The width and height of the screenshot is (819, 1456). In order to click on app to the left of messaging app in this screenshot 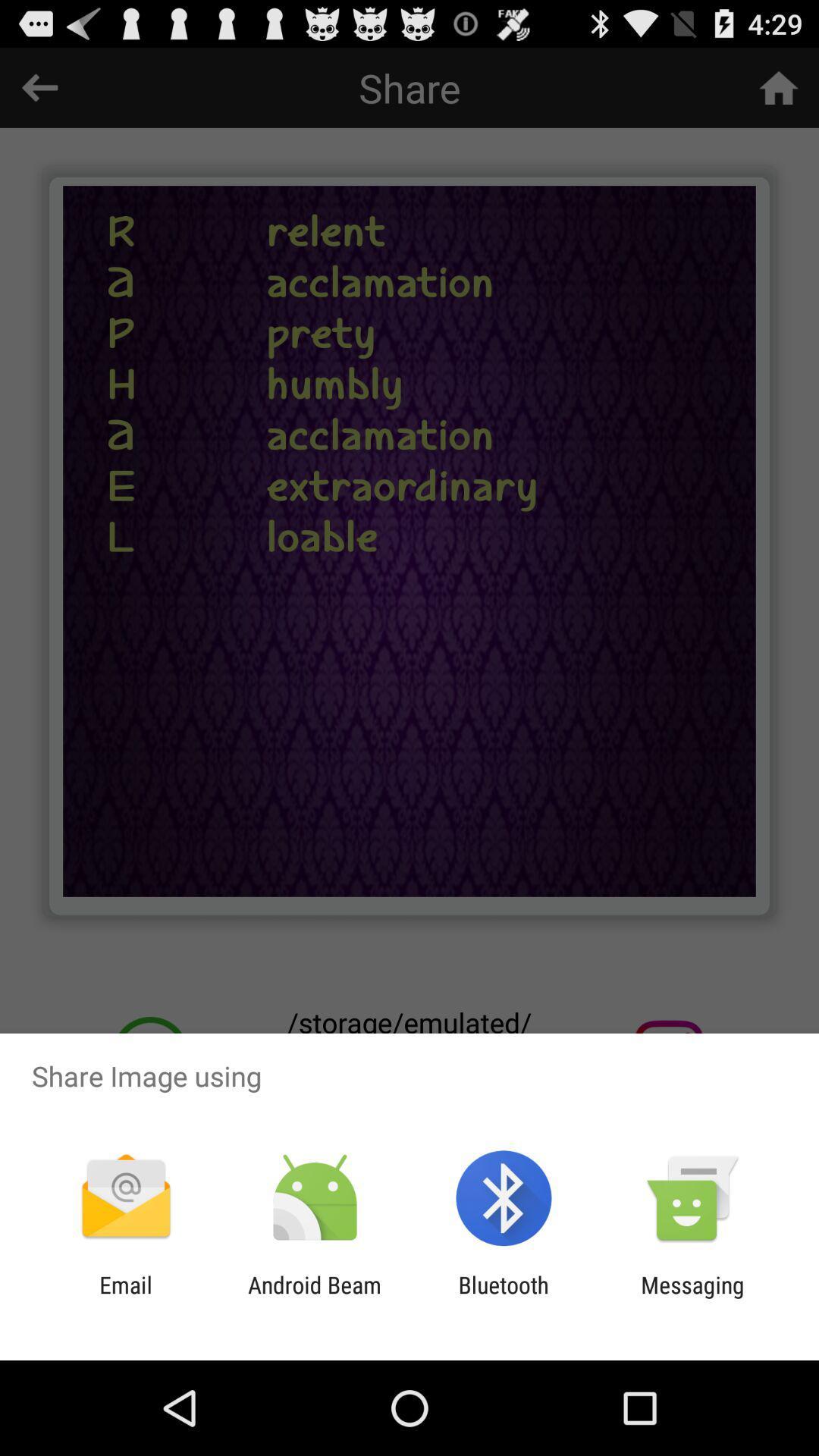, I will do `click(504, 1298)`.